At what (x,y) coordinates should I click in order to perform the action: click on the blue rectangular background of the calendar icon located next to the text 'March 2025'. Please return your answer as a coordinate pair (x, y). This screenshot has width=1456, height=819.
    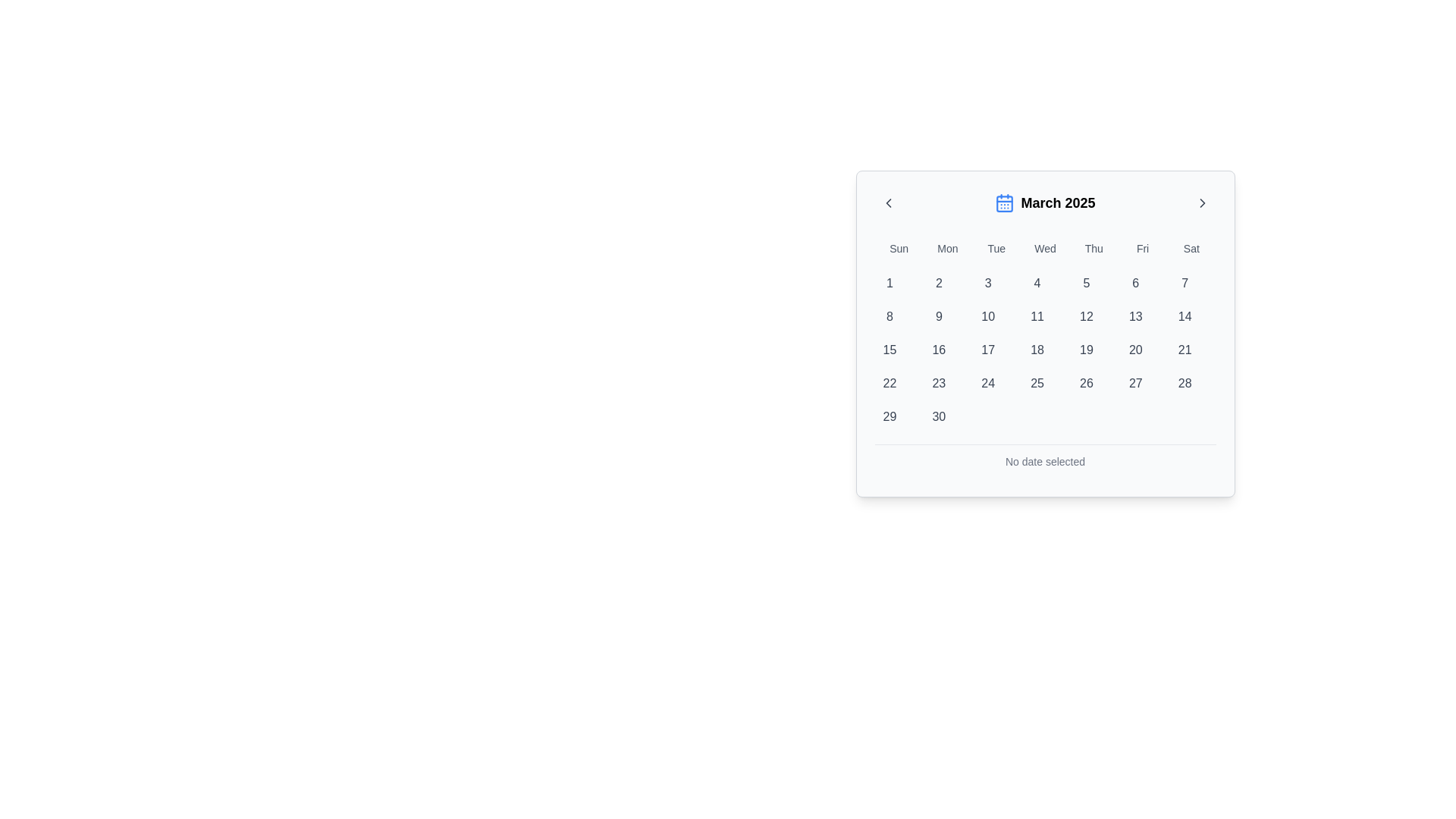
    Looking at the image, I should click on (1005, 203).